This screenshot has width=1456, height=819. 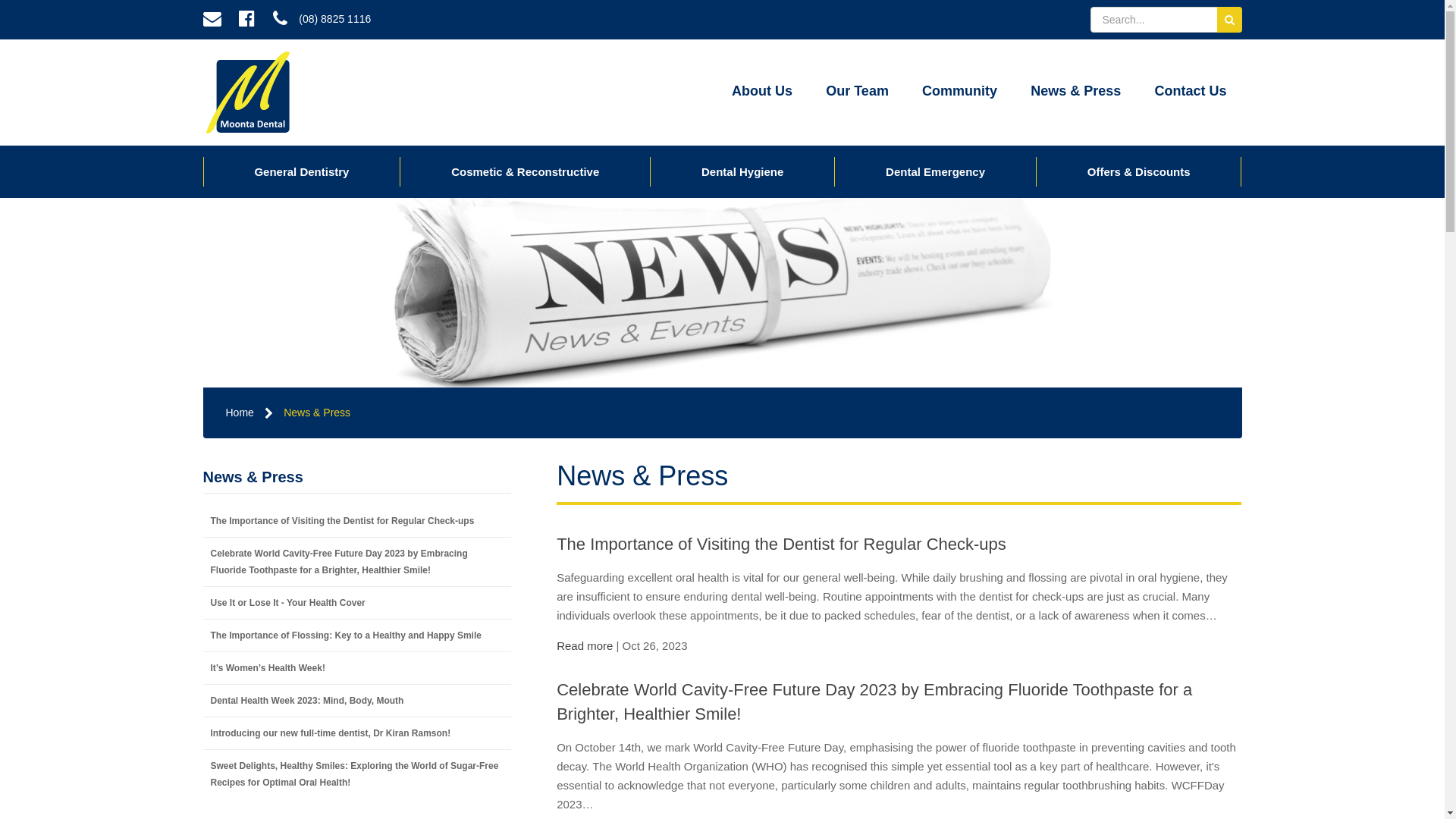 What do you see at coordinates (356, 635) in the screenshot?
I see `'The Importance of Flossing: Key to a Healthy and Happy Smile'` at bounding box center [356, 635].